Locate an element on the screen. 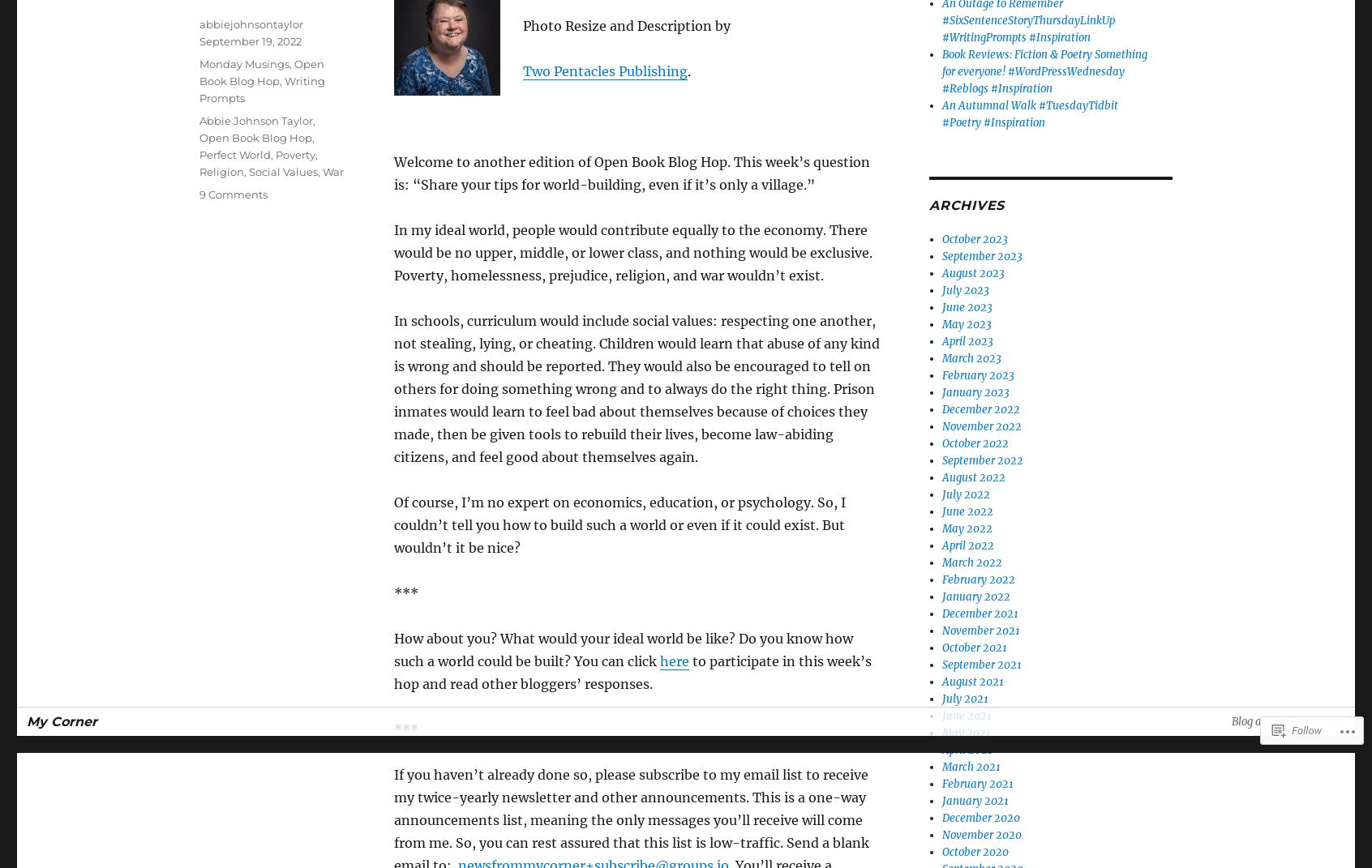 The width and height of the screenshot is (1372, 868). 'Abbie Johnson Taylor' is located at coordinates (255, 120).